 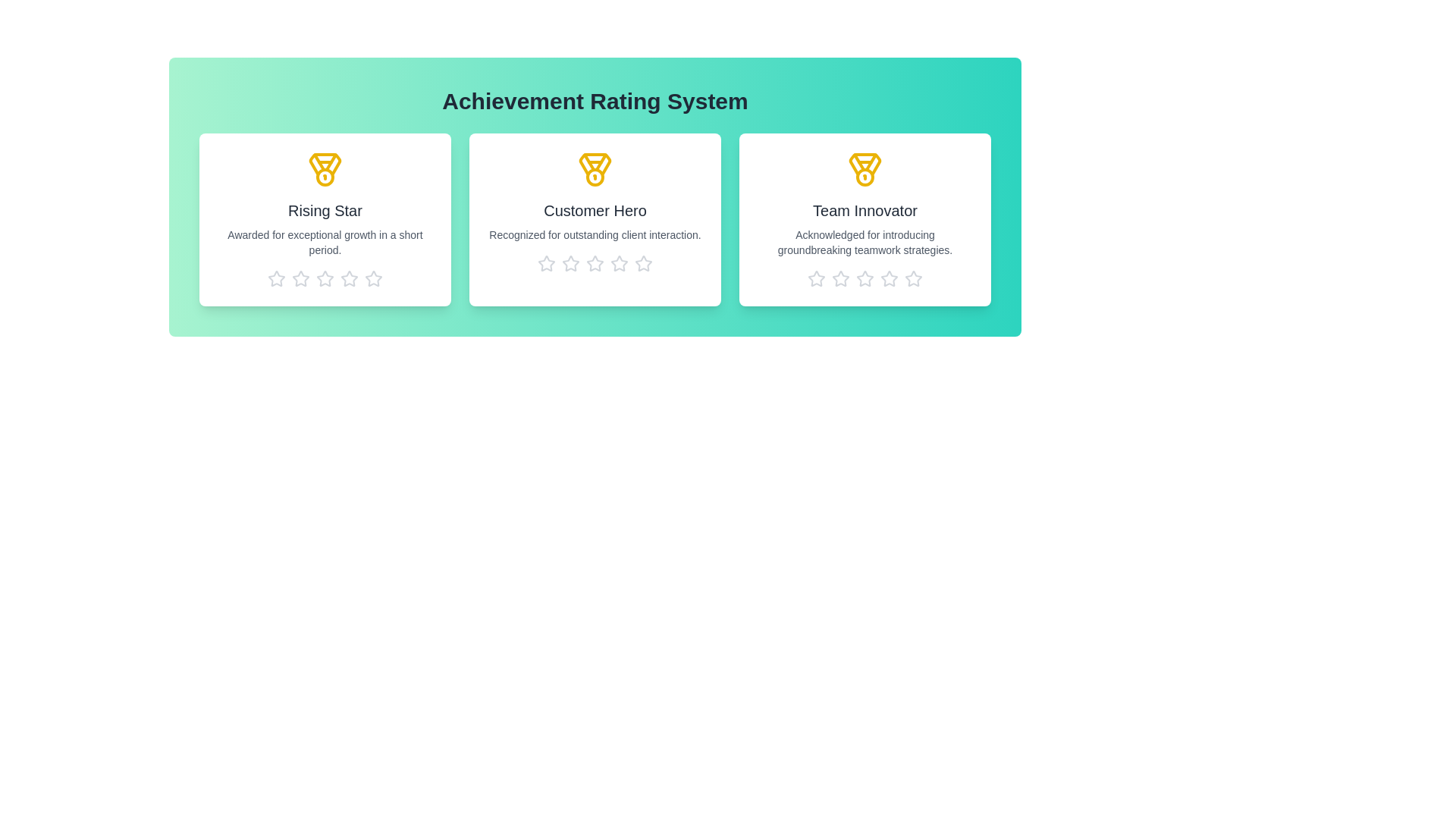 I want to click on the title of the achievement Customer Hero, so click(x=595, y=210).